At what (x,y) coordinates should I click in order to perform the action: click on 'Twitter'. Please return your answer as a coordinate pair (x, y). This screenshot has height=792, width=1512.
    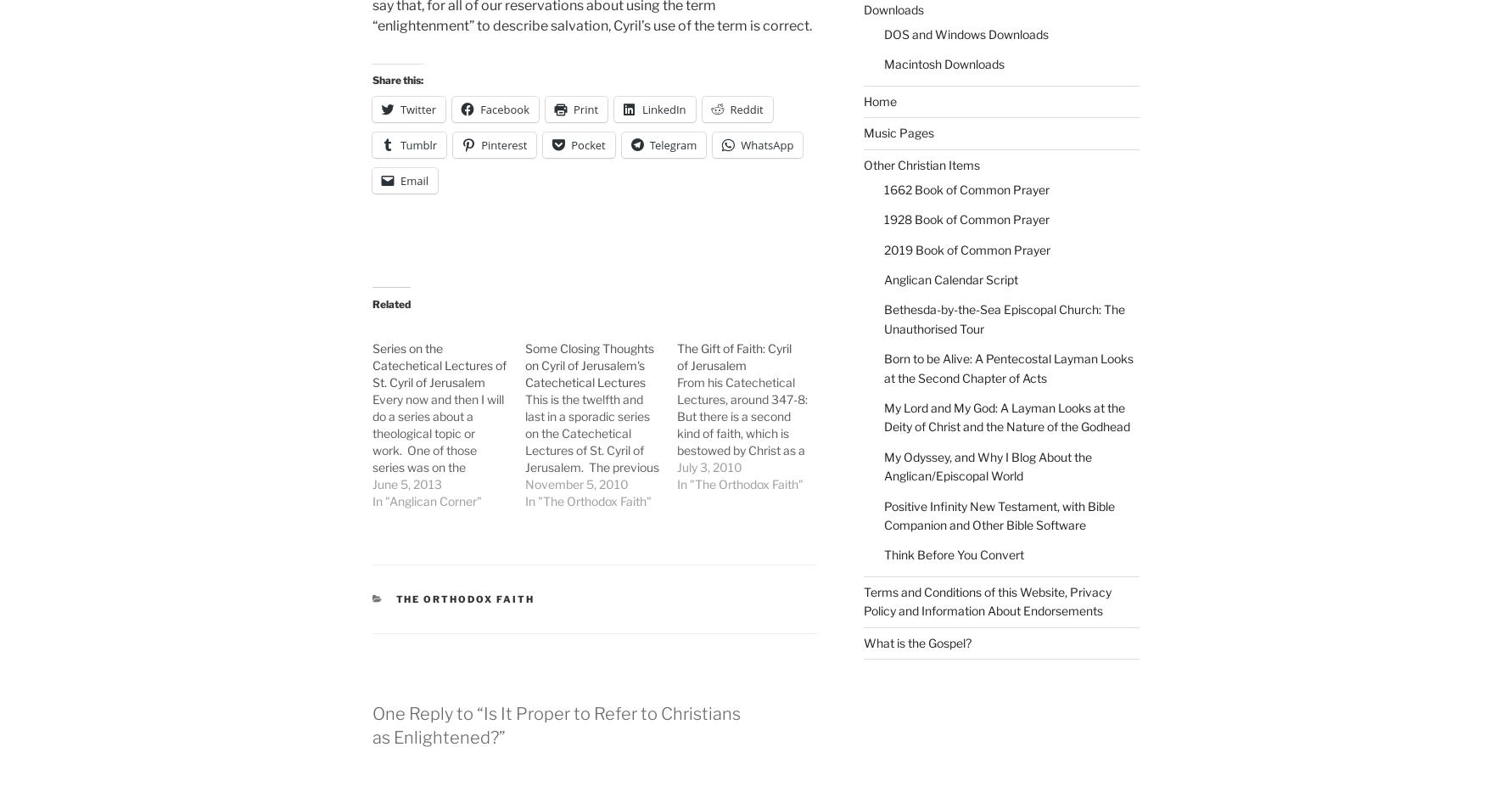
    Looking at the image, I should click on (417, 108).